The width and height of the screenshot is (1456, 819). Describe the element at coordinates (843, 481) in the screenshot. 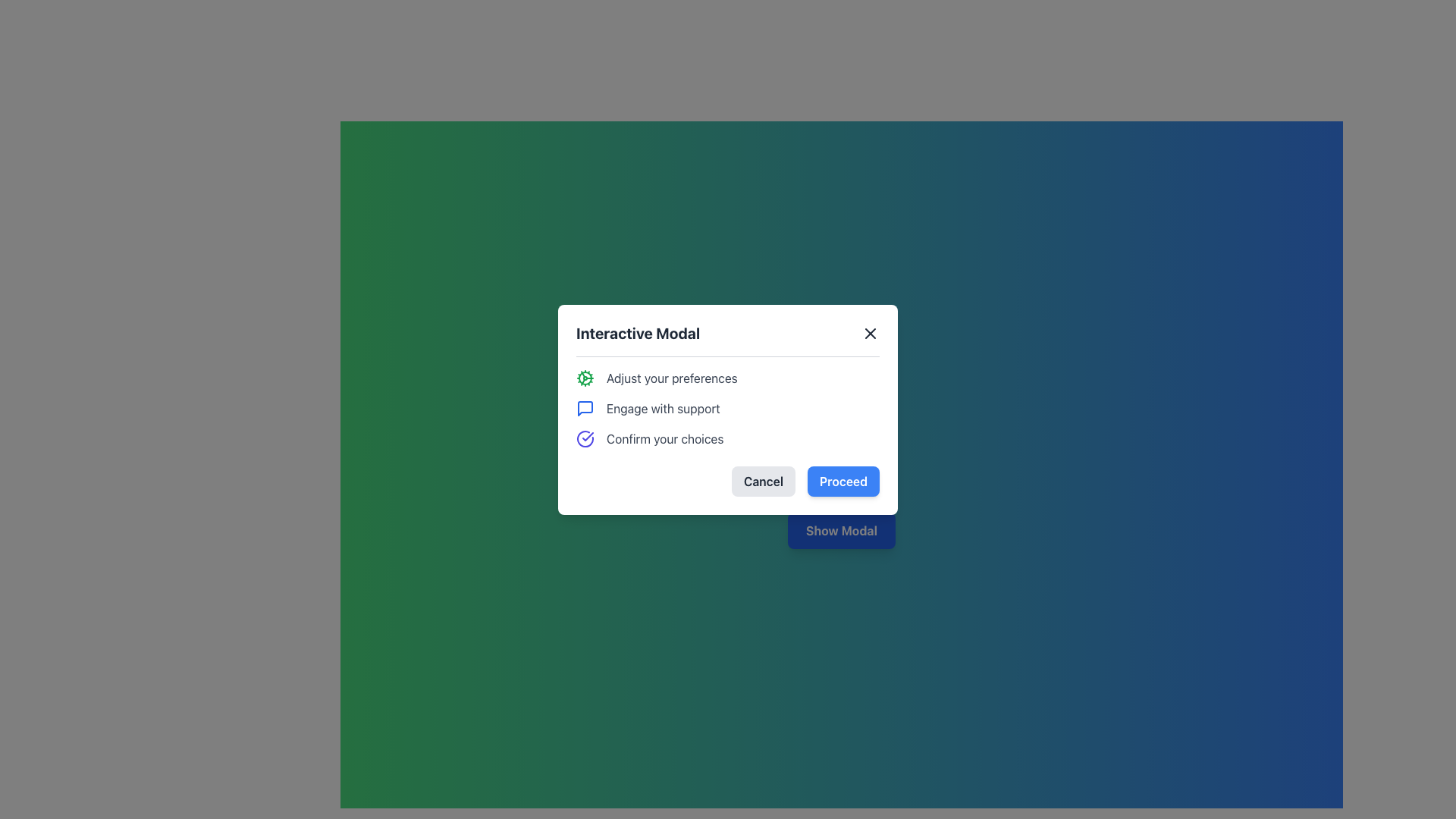

I see `the 'Proceed' button with a blue background and white text located at the bottom-right corner of the modal dialog to confirm or proceed with an action` at that location.